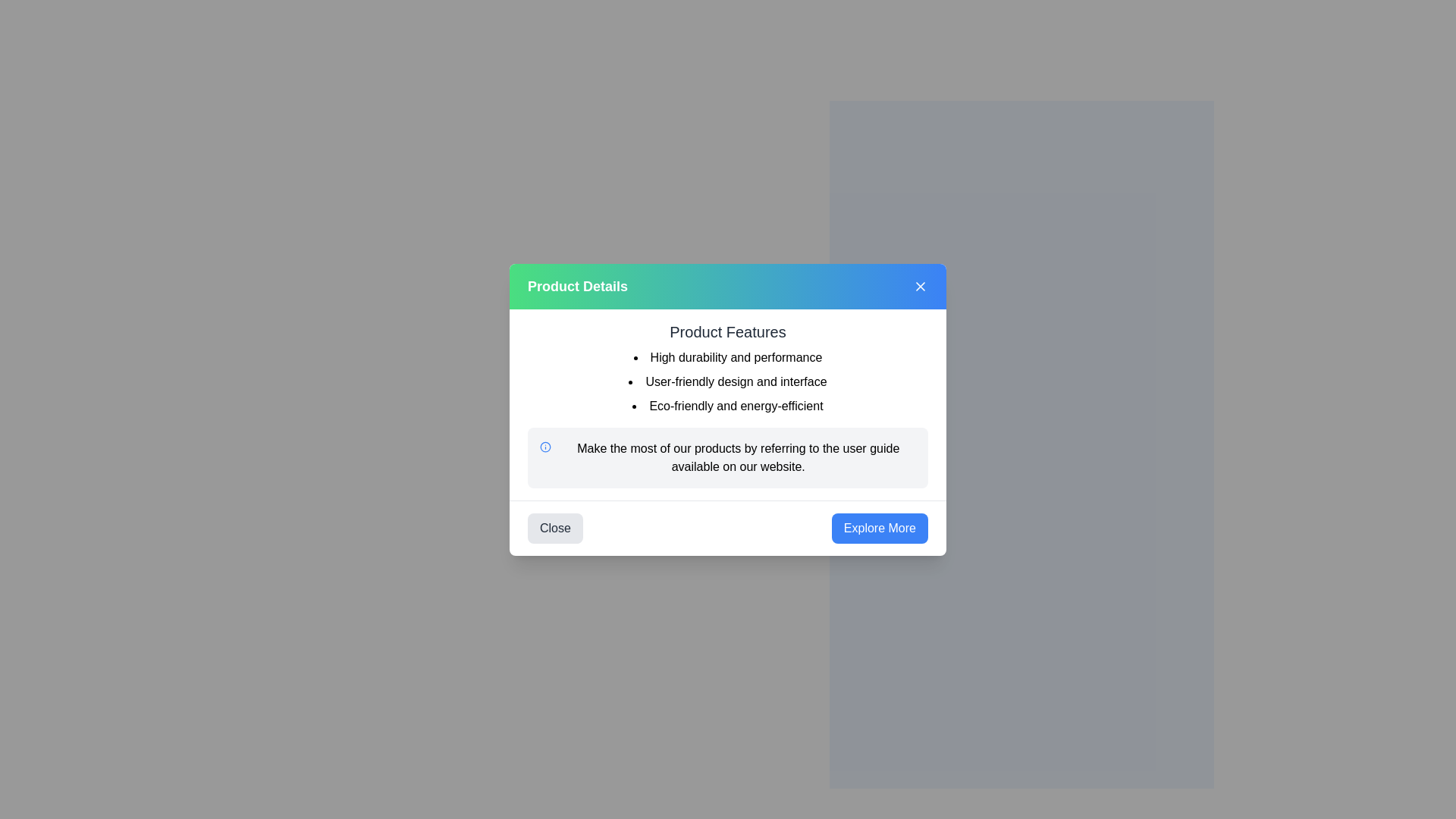 Image resolution: width=1456 pixels, height=819 pixels. Describe the element at coordinates (728, 368) in the screenshot. I see `the text content element that provides an overview of the main features of the product, located below the 'Product Details' modal title and above additional product information` at that location.